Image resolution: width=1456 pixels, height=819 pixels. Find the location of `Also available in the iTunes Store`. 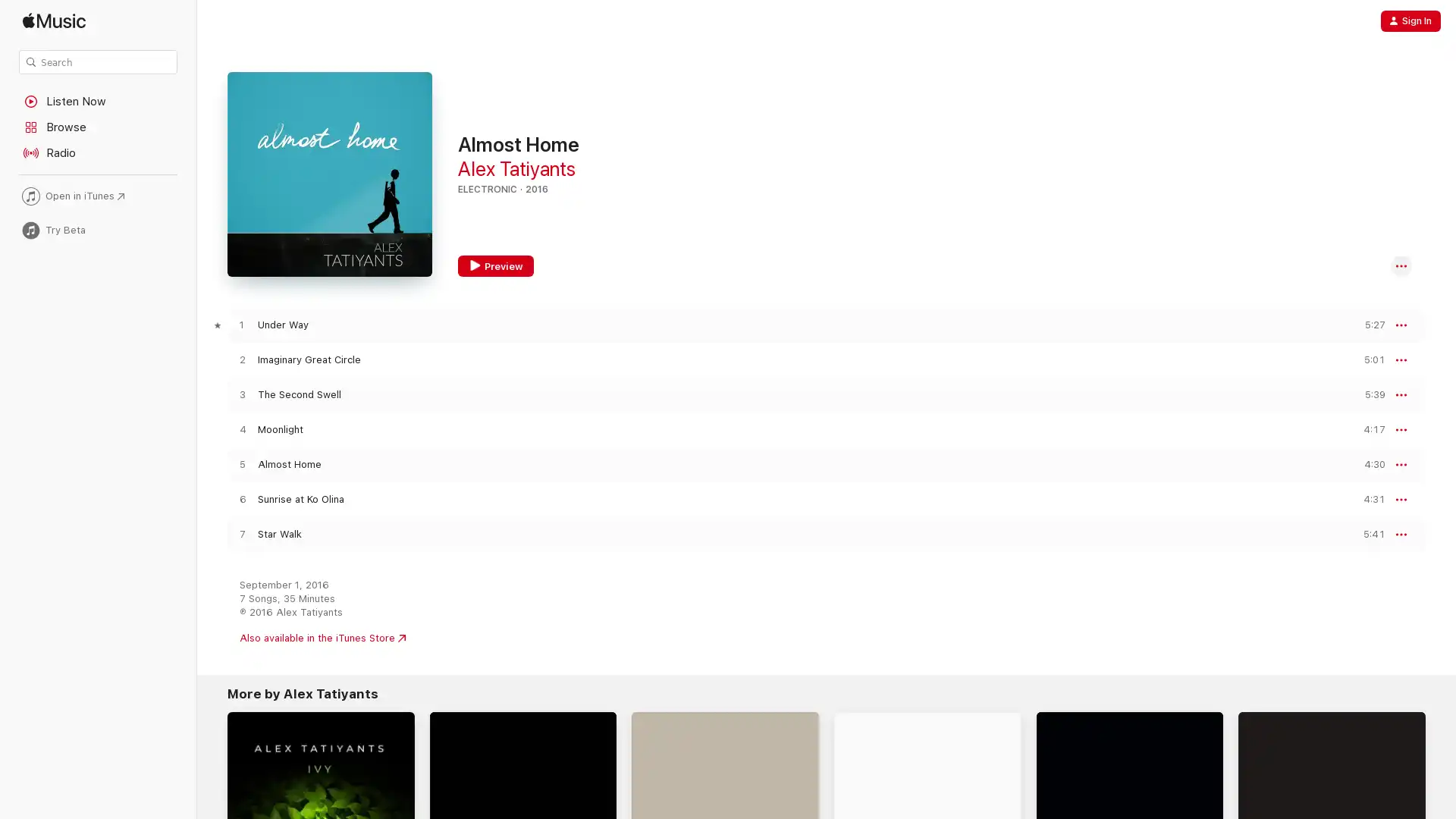

Also available in the iTunes Store is located at coordinates (322, 638).